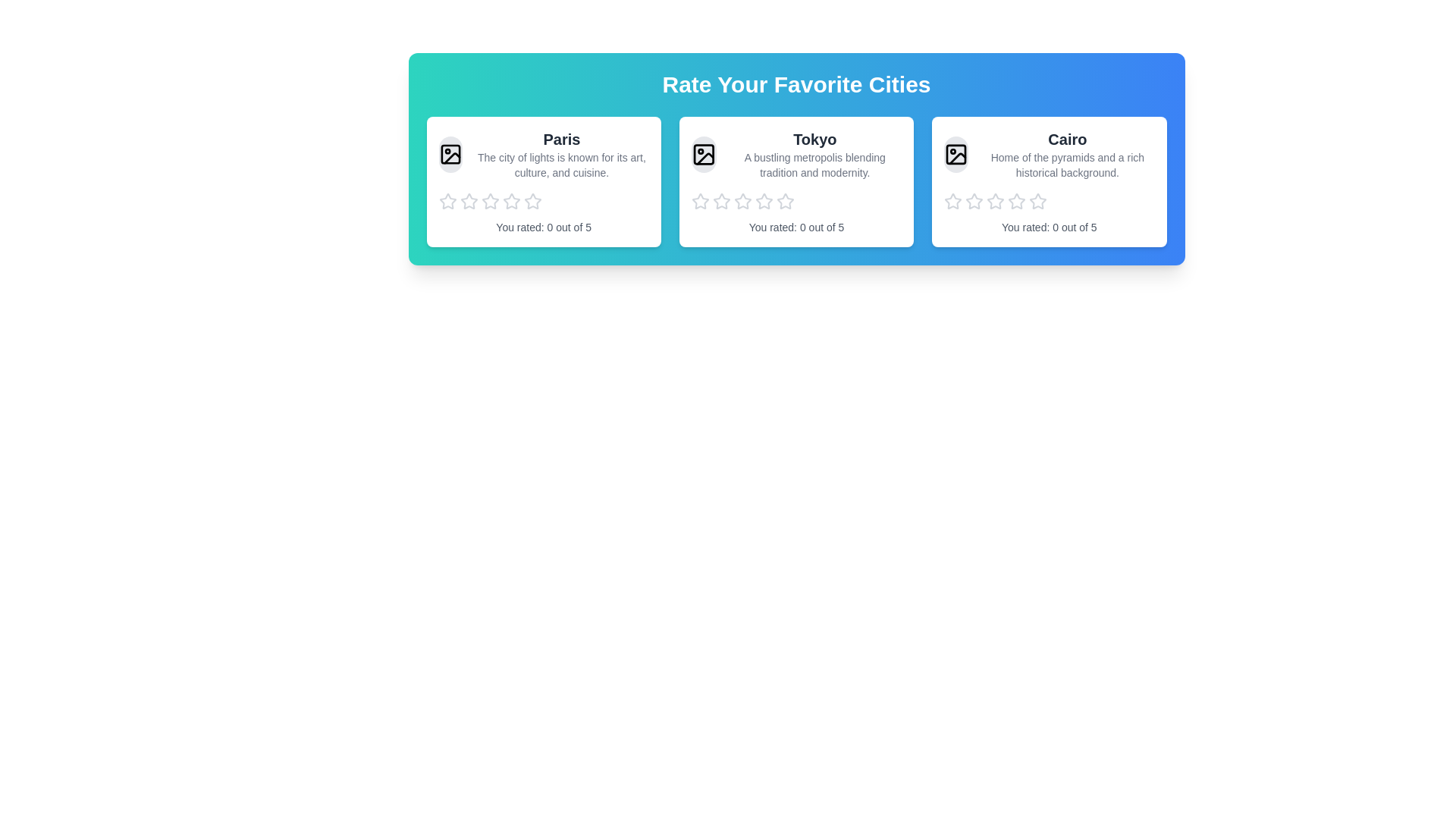  Describe the element at coordinates (814, 165) in the screenshot. I see `text label providing context for the city 'Tokyo', which is located in the middle card of three horizontal cards, directly below the city name and above the rating stars` at that location.